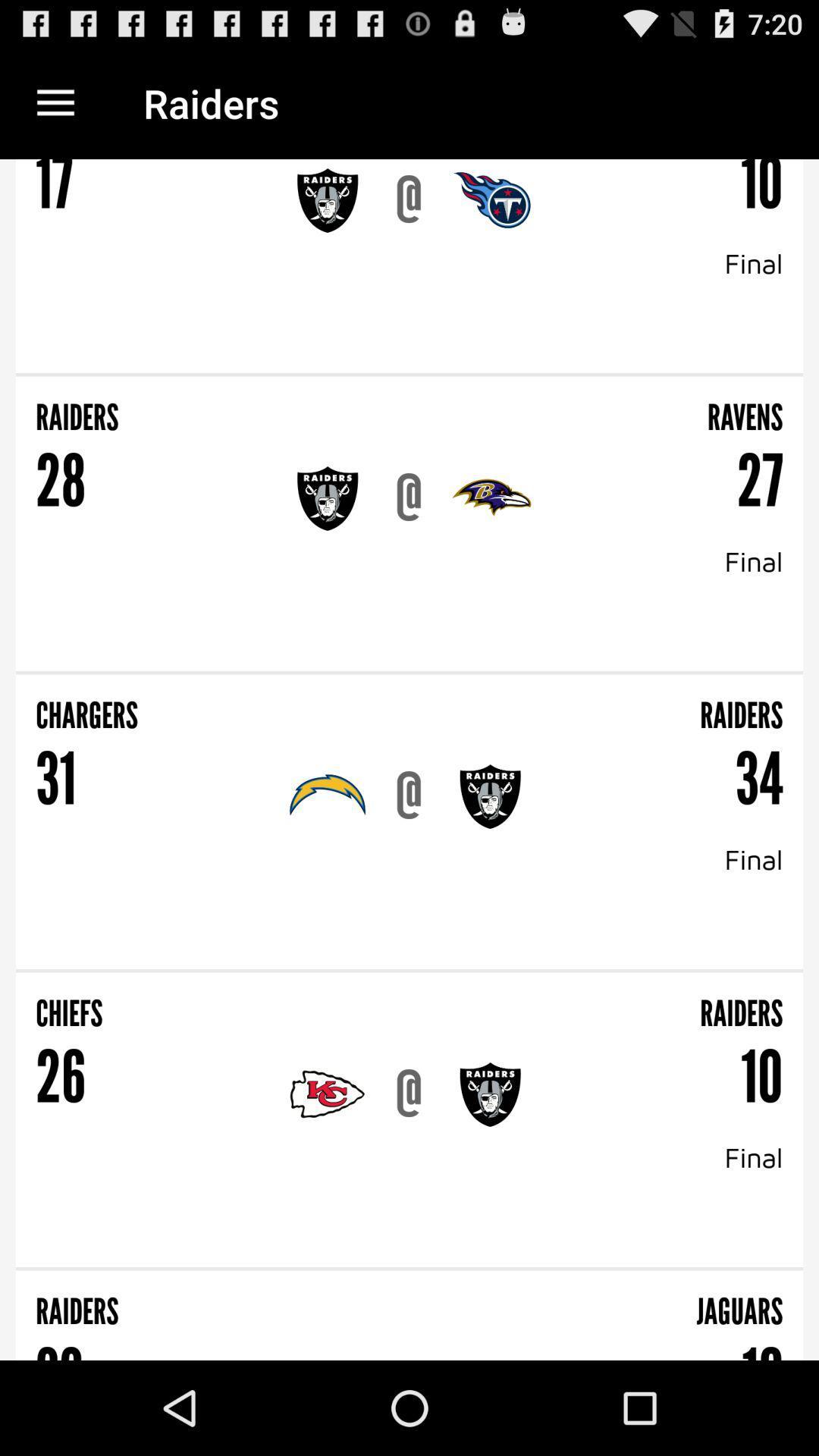 Image resolution: width=819 pixels, height=1456 pixels. Describe the element at coordinates (759, 780) in the screenshot. I see `the 34` at that location.